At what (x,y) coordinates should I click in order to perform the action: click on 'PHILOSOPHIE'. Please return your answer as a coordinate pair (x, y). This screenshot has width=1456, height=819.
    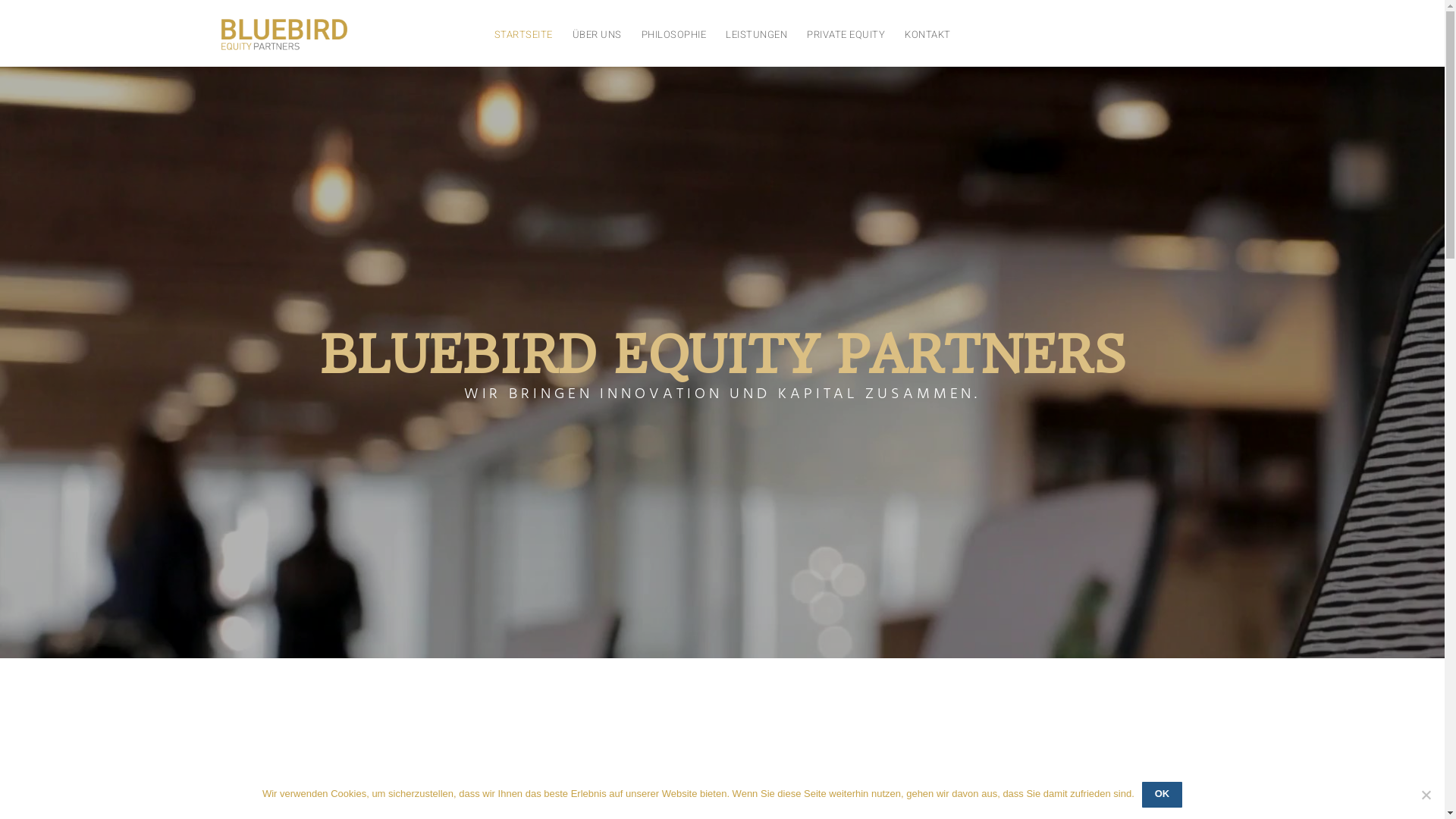
    Looking at the image, I should click on (673, 34).